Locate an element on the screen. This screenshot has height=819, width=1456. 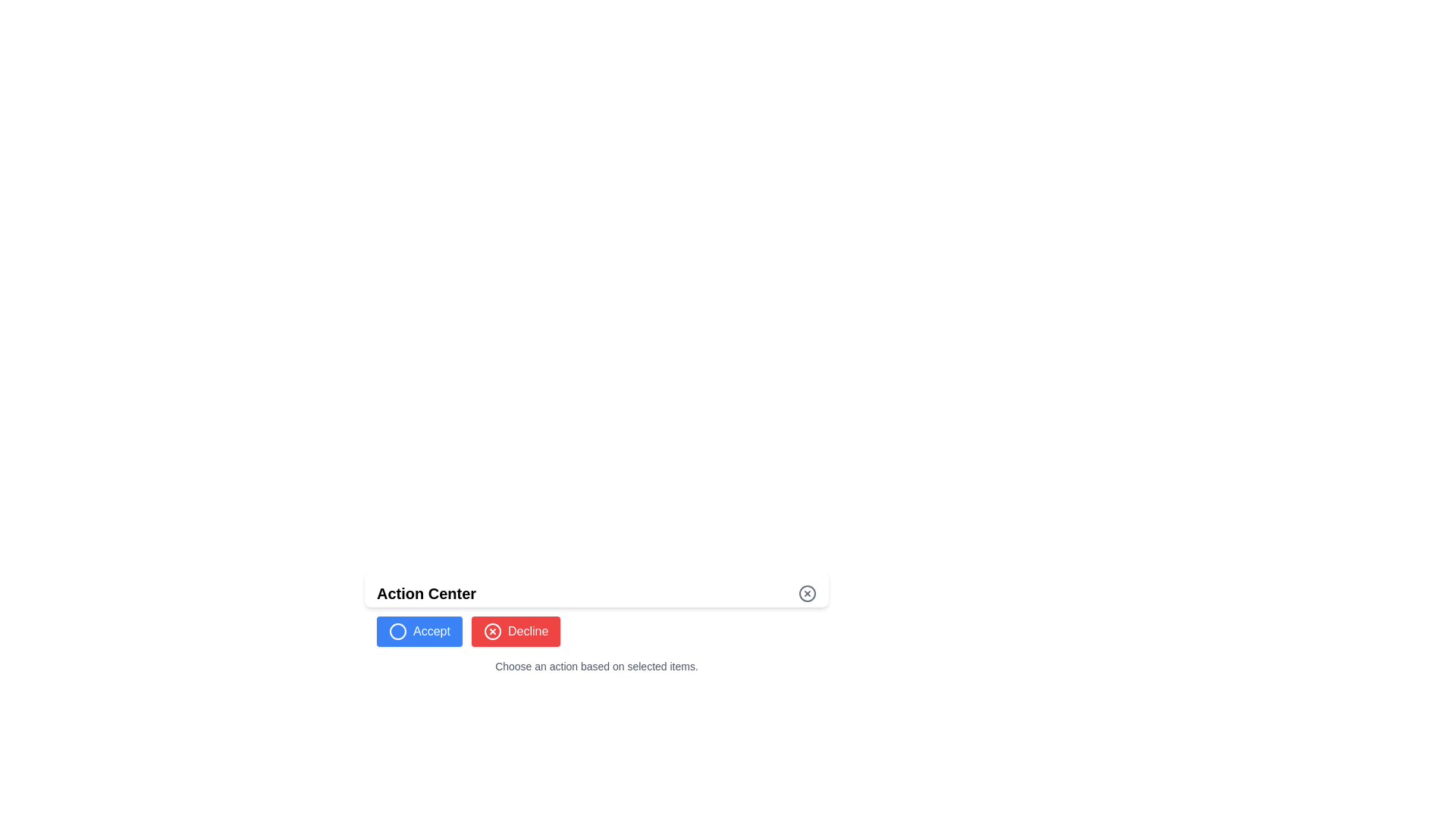
the 'Accept' button, which has a blue background, white text, and is located in the lower section of the interface to observe the hover effect is located at coordinates (419, 632).